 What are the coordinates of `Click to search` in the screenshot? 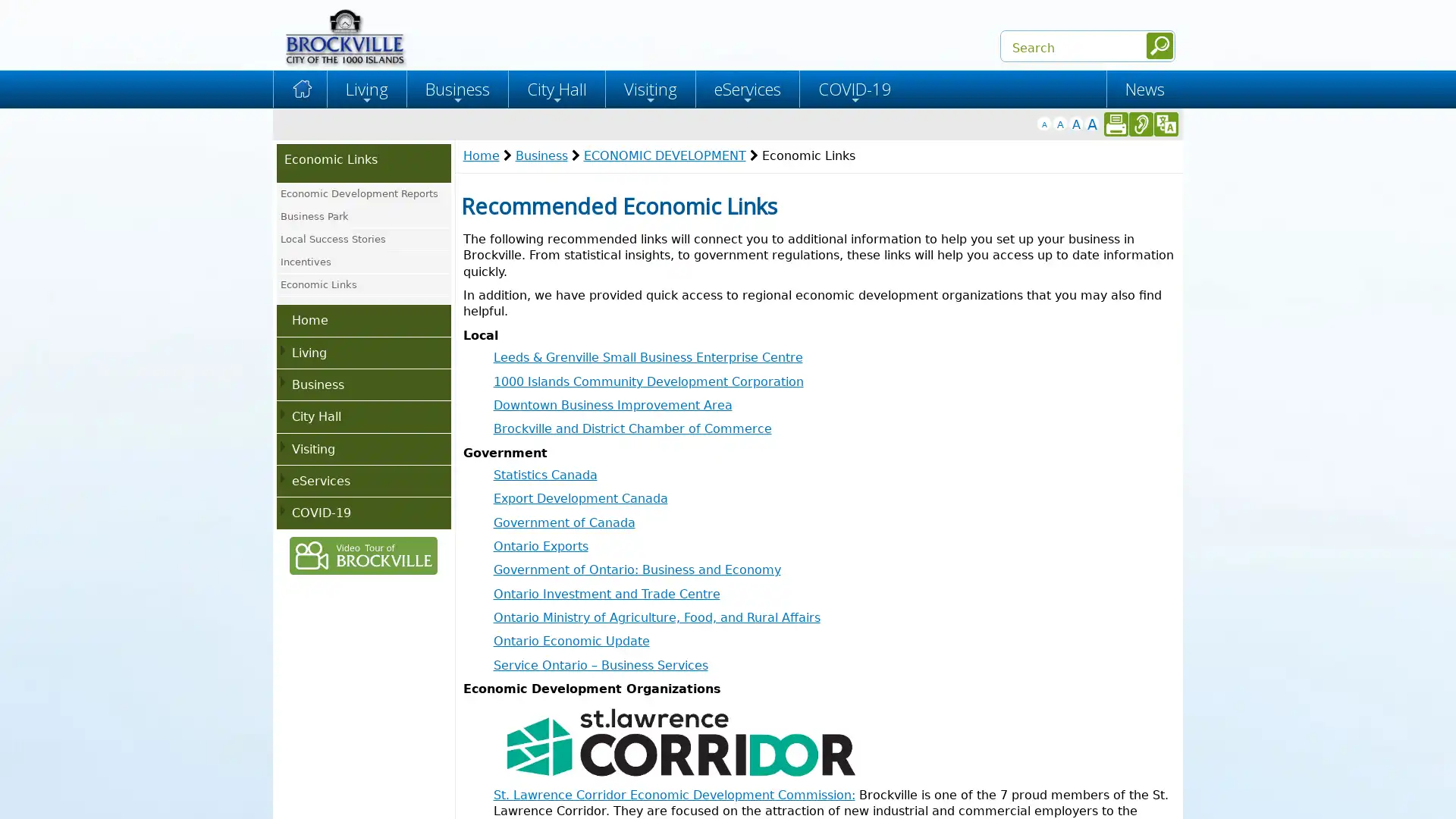 It's located at (1159, 45).